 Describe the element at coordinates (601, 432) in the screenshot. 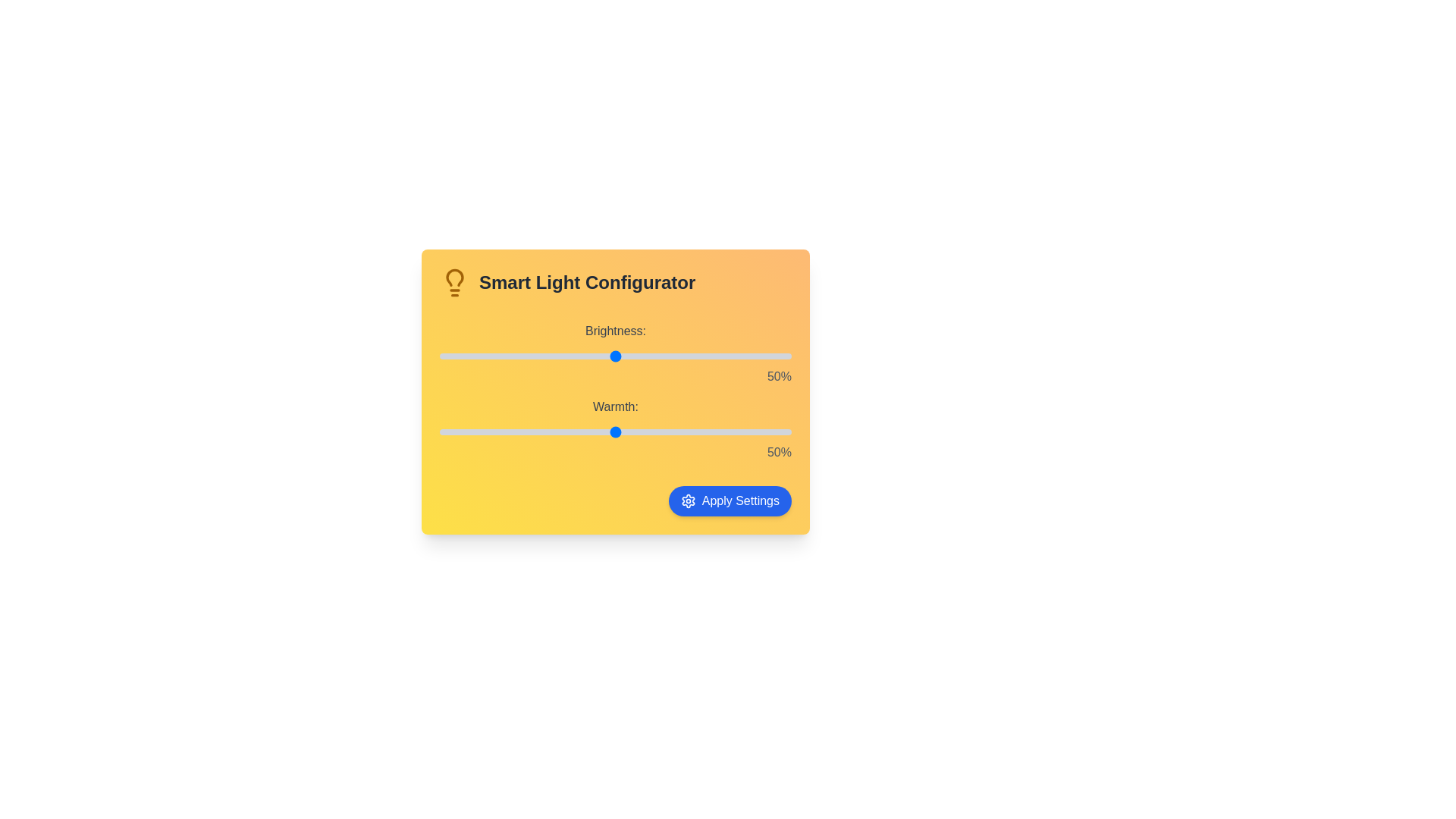

I see `the slider` at that location.